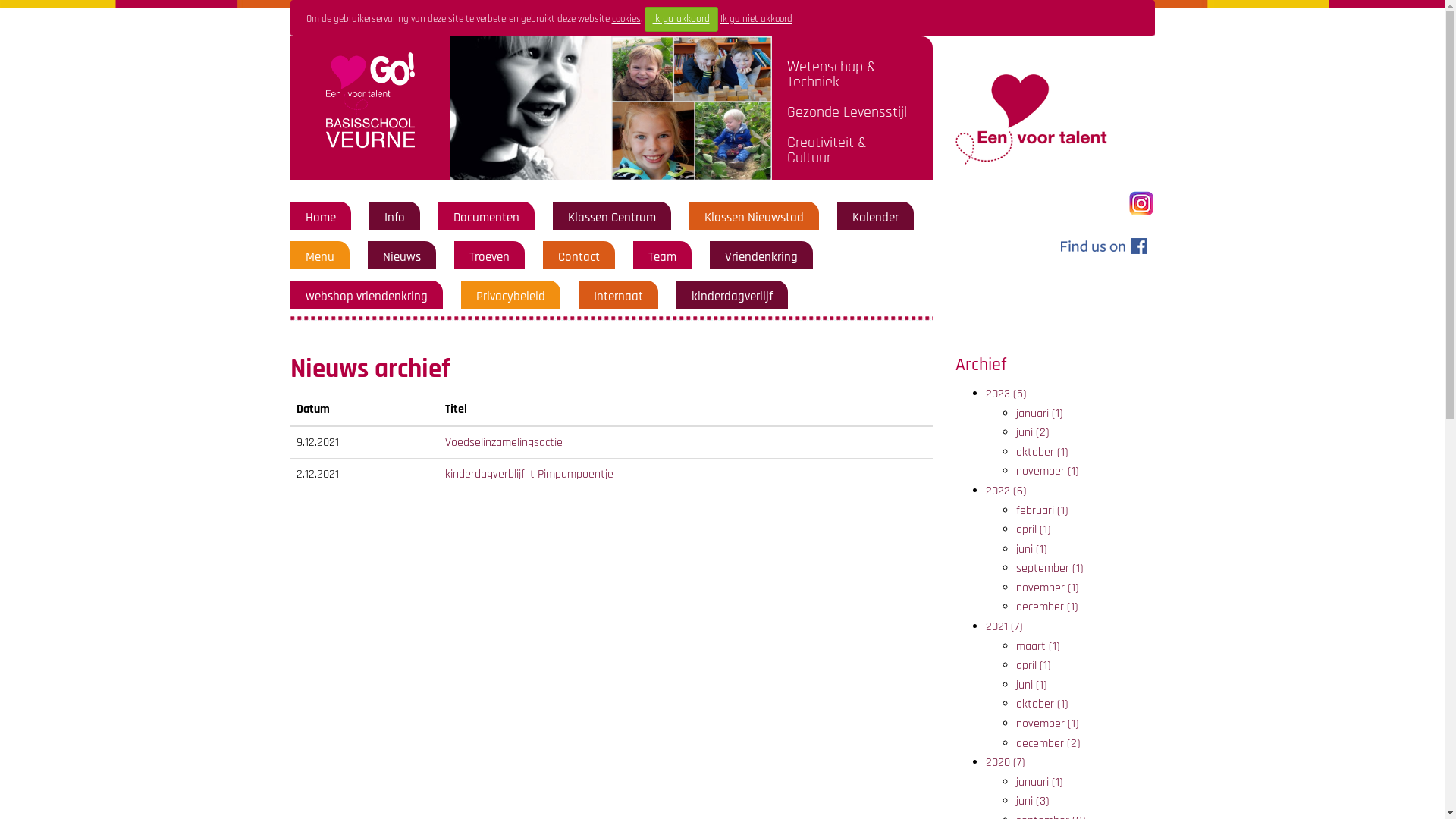  I want to click on 'december (1)', so click(1046, 606).